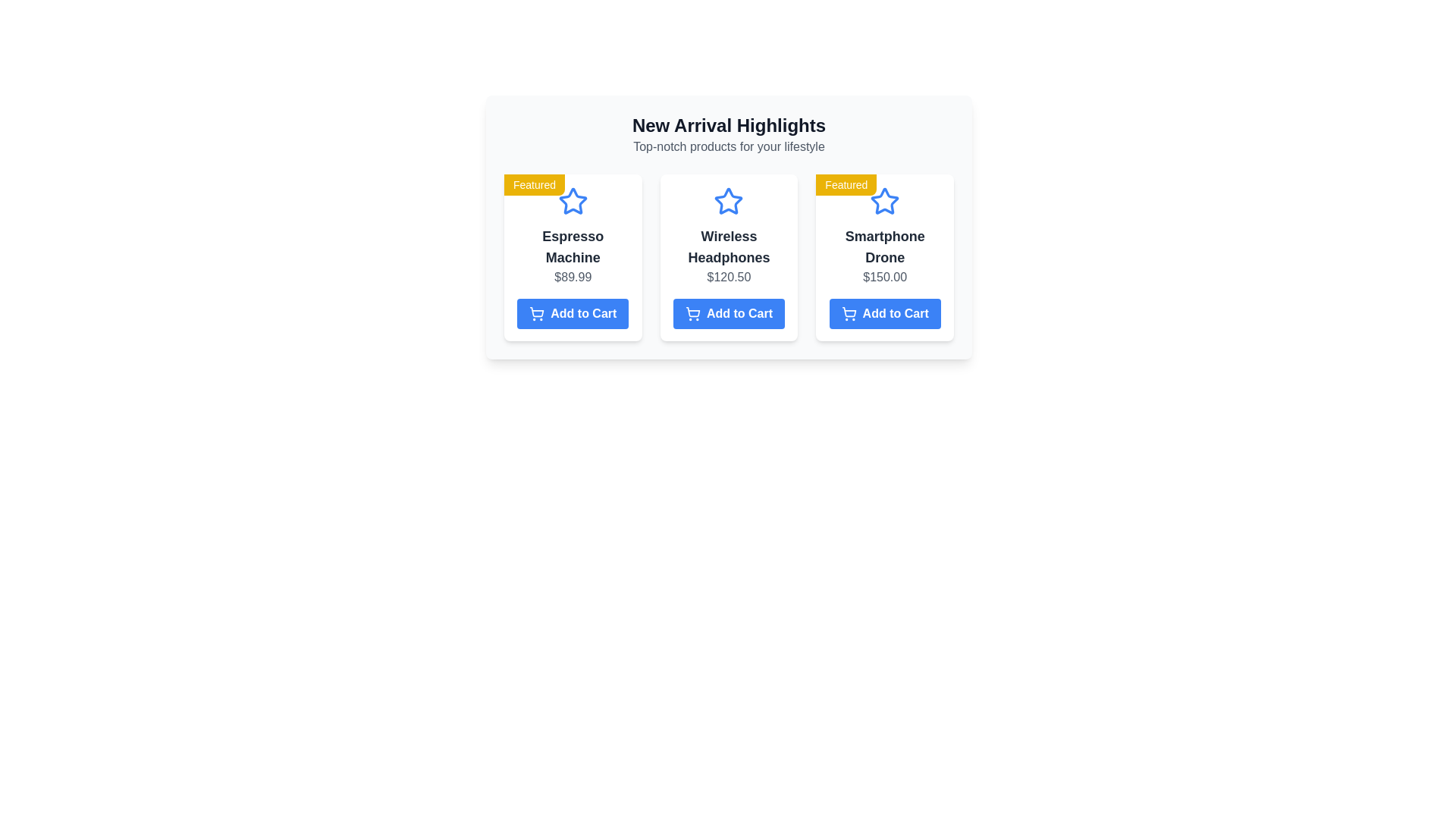  I want to click on product title 'Wireless Headphones' and the price '$120.50' from the product card which has a white background and a blue 'Add to Cart' button at the bottom, so click(729, 256).